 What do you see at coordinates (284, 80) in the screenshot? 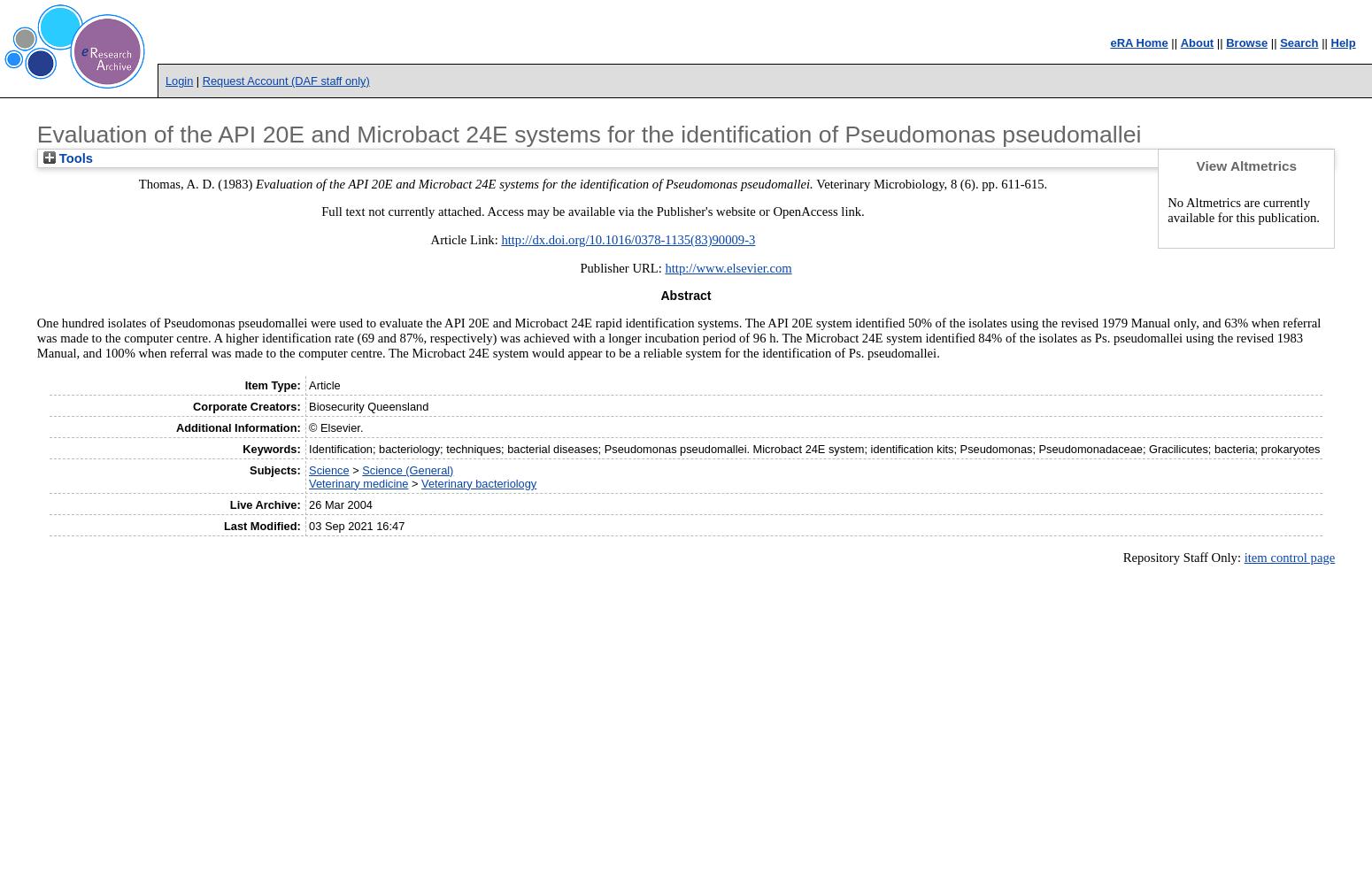
I see `'Request Account (DAF staff only)'` at bounding box center [284, 80].